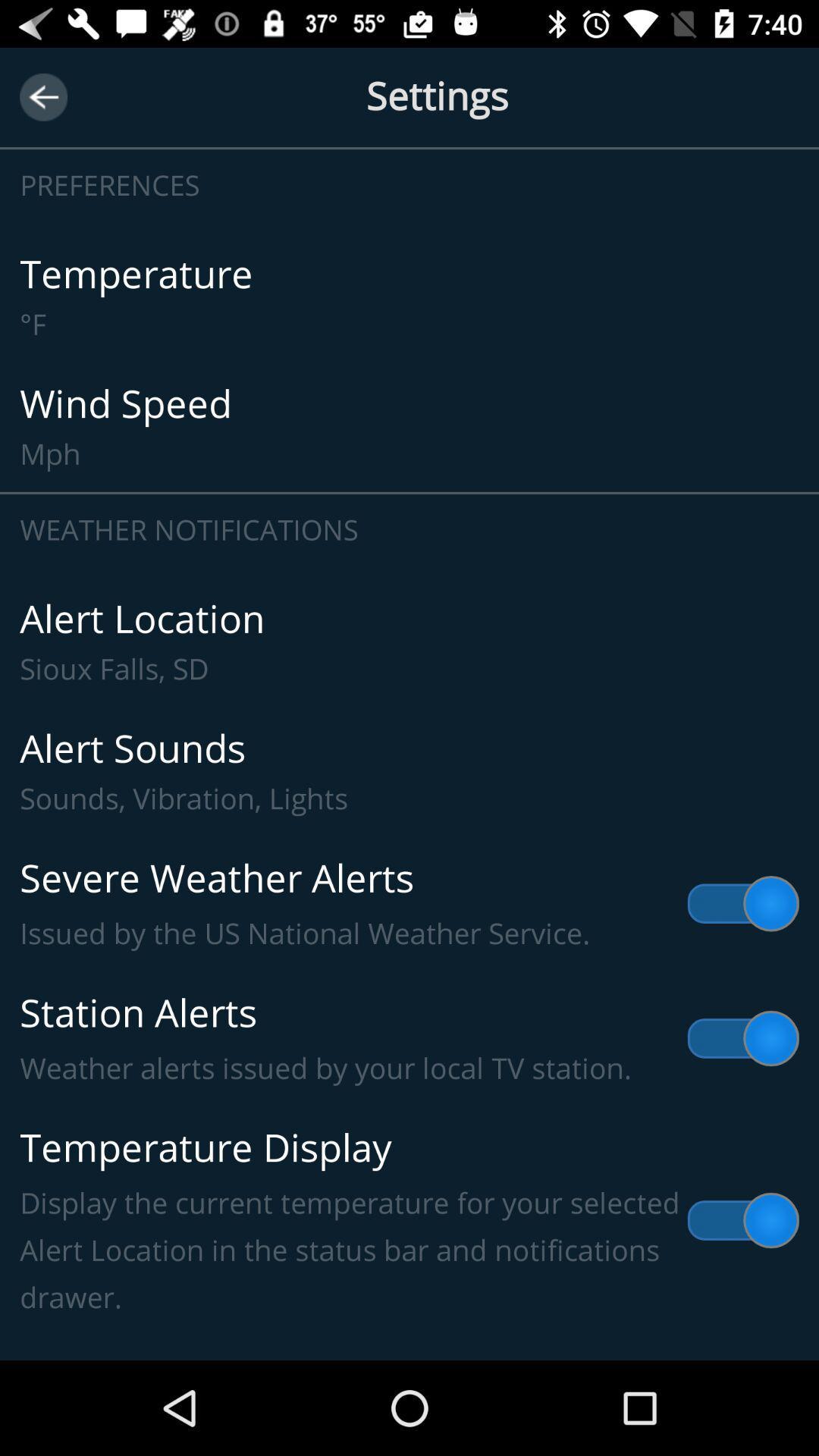 The width and height of the screenshot is (819, 1456). What do you see at coordinates (409, 771) in the screenshot?
I see `alert sounds sounds icon` at bounding box center [409, 771].